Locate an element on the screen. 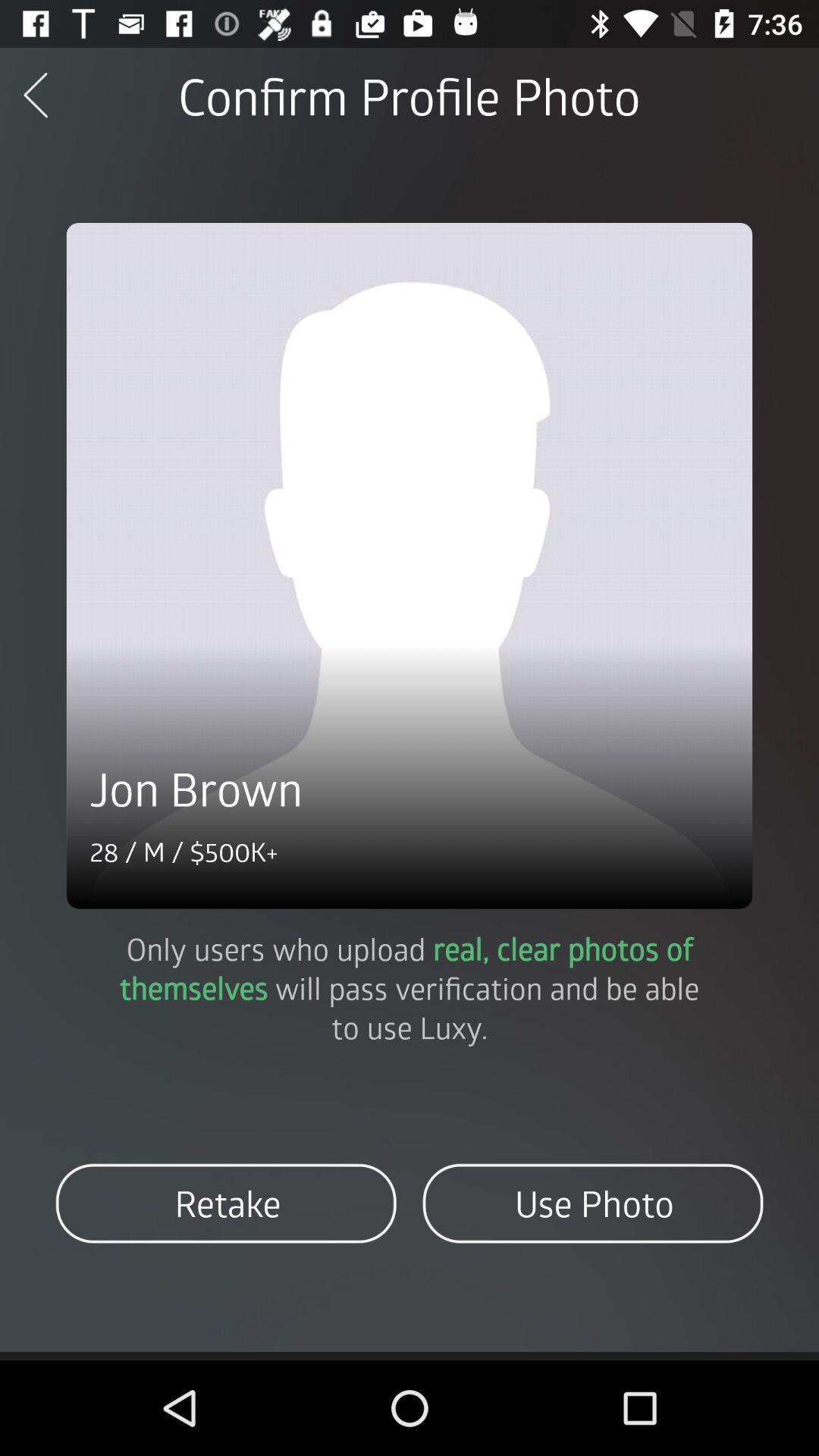  the retake icon is located at coordinates (226, 1203).